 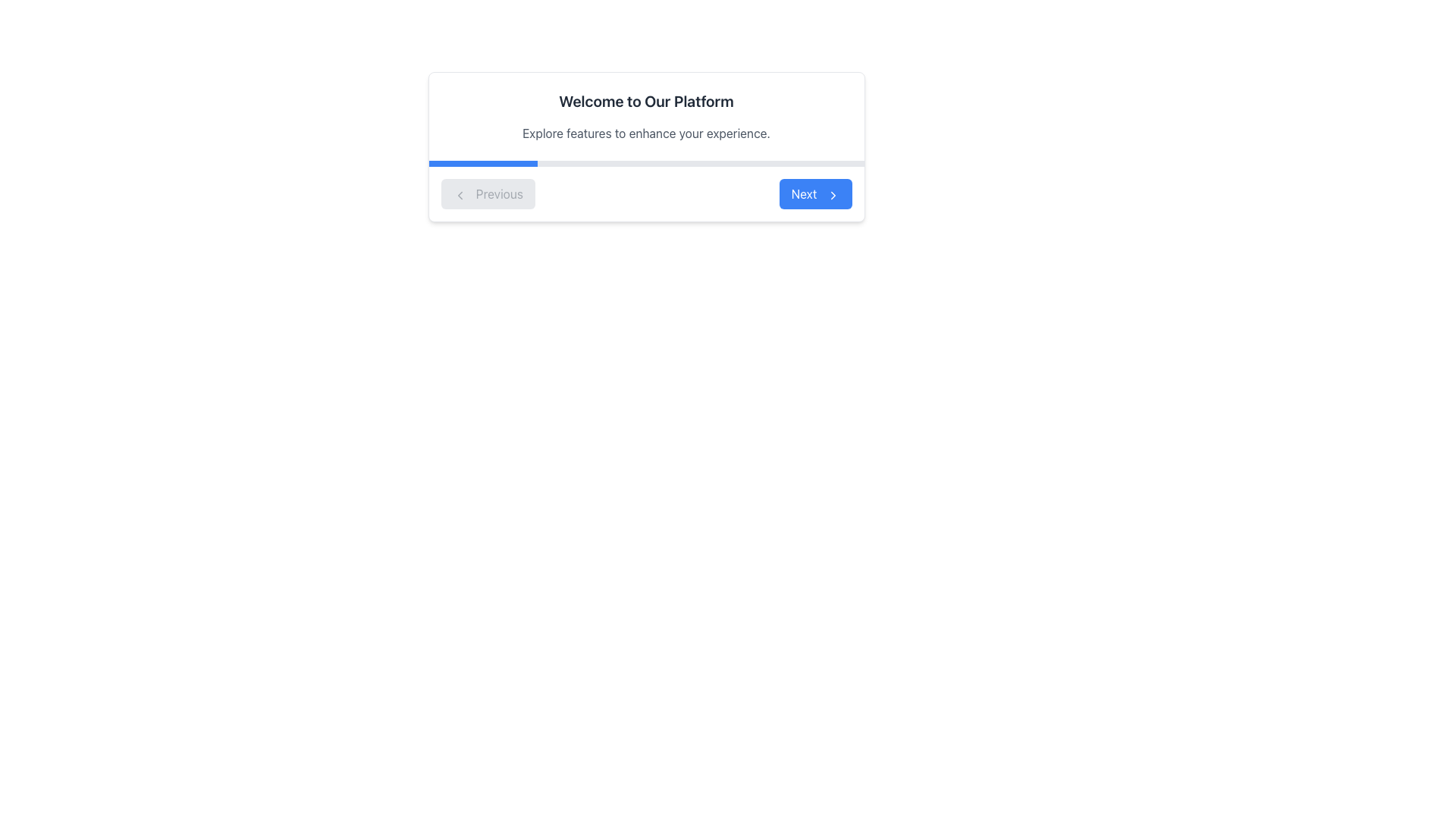 I want to click on the completion percentage represented by the Progress Bar, which indicates 25% completion of a task, so click(x=482, y=164).